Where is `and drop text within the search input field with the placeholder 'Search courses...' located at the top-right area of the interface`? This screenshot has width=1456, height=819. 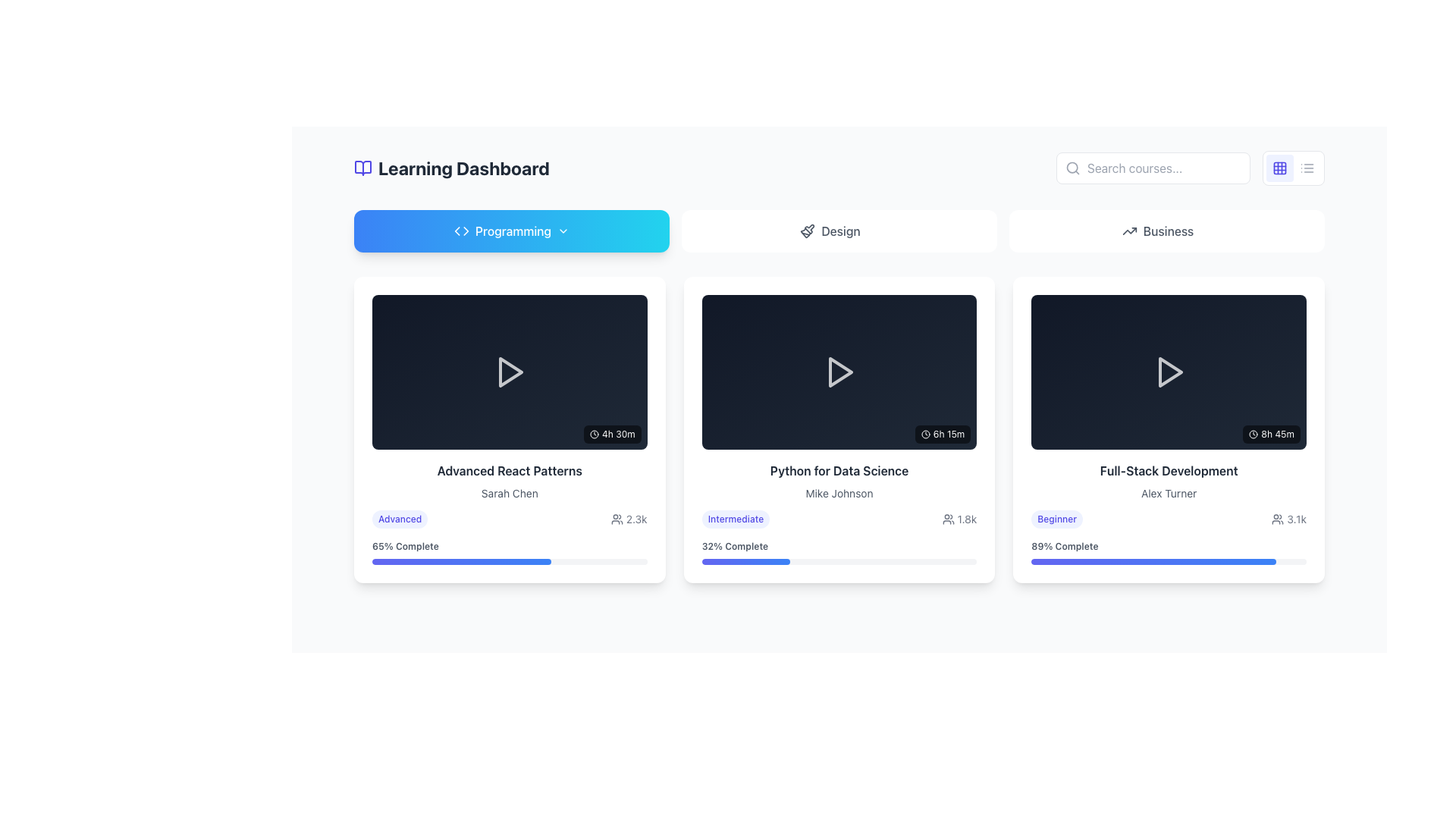
and drop text within the search input field with the placeholder 'Search courses...' located at the top-right area of the interface is located at coordinates (1153, 168).